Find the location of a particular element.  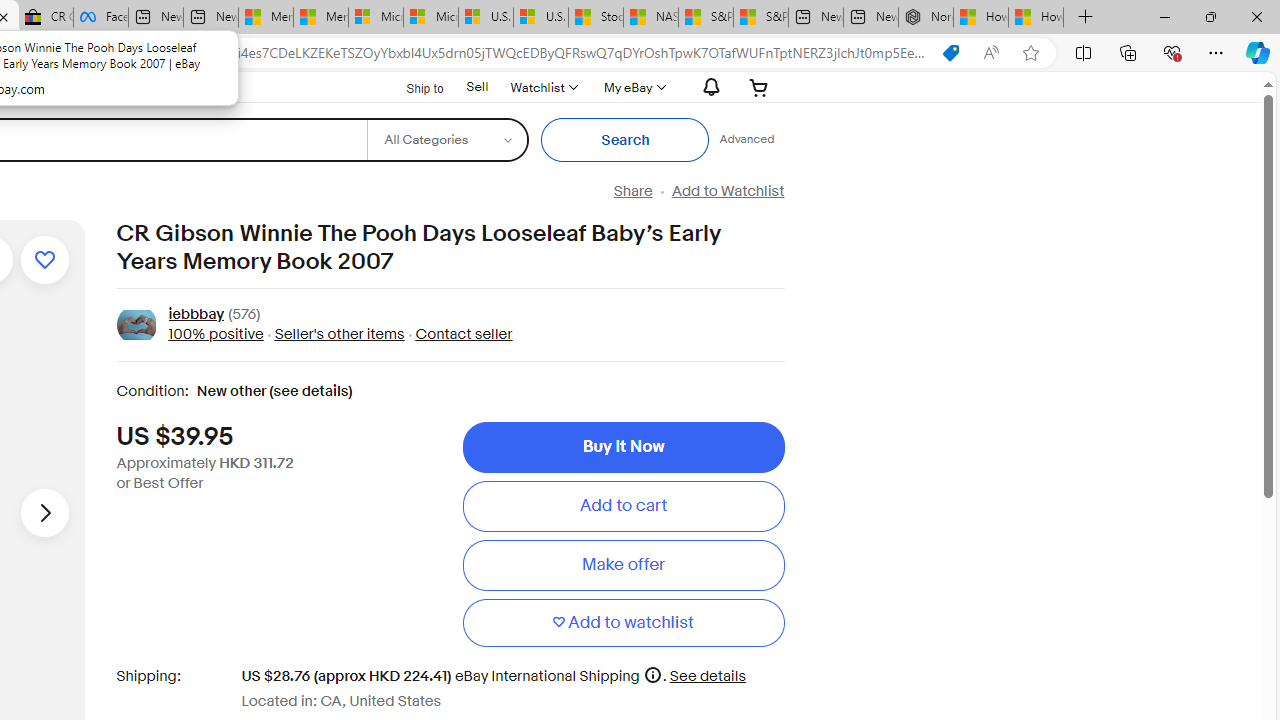

'Buy It Now' is located at coordinates (622, 446).